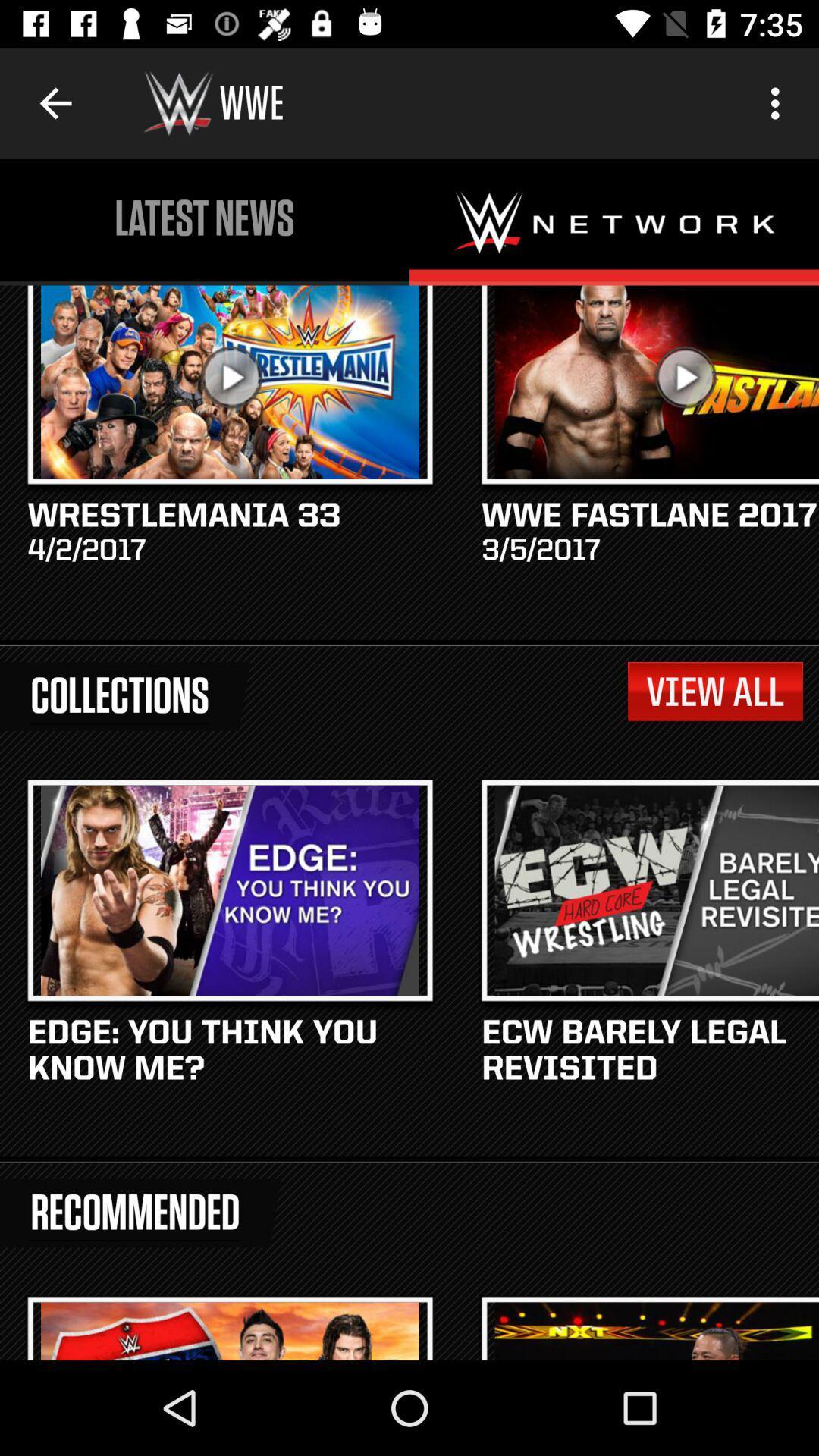  Describe the element at coordinates (715, 691) in the screenshot. I see `icon to the right of collections item` at that location.